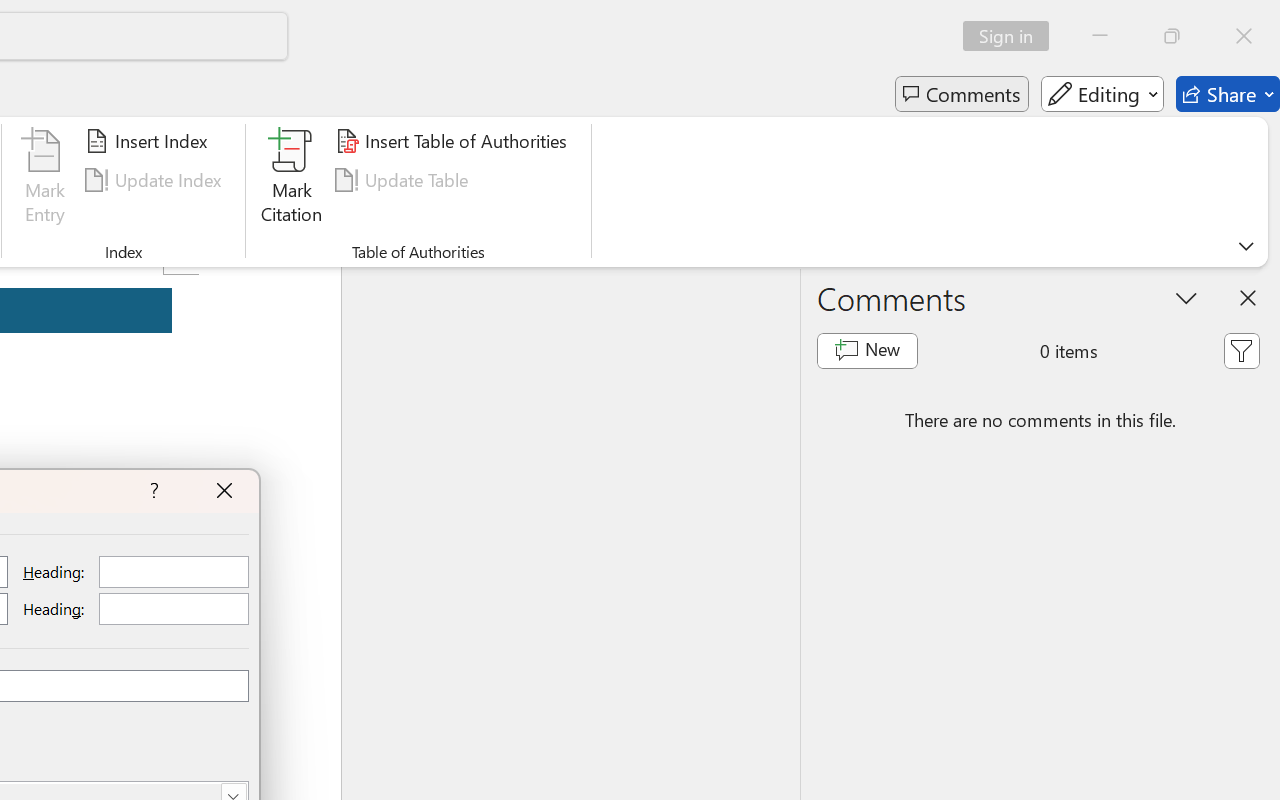 Image resolution: width=1280 pixels, height=800 pixels. What do you see at coordinates (867, 350) in the screenshot?
I see `'New comment'` at bounding box center [867, 350].